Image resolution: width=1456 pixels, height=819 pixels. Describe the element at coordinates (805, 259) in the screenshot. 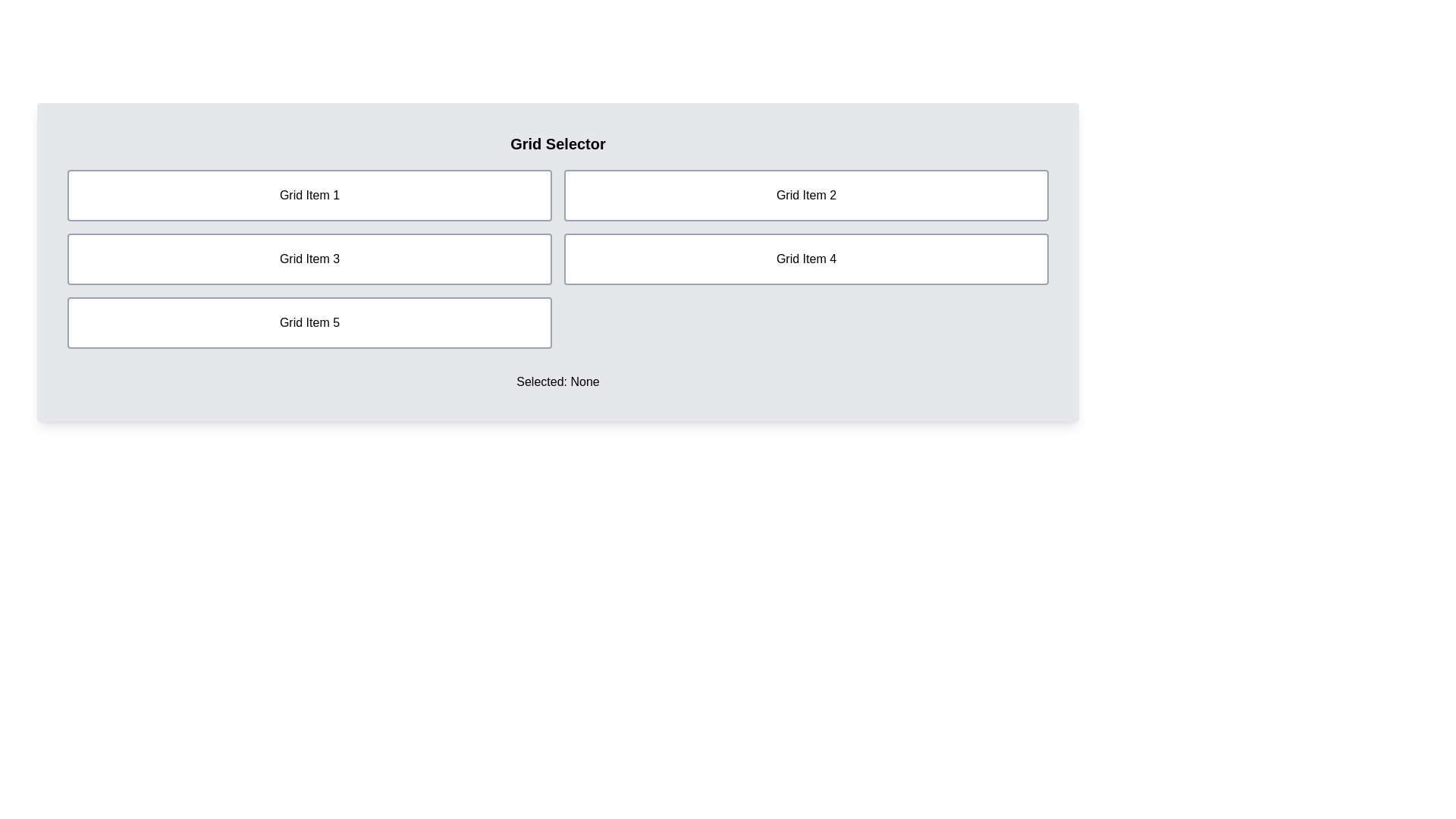

I see `the grid item labeled 'Grid Item 4' located in the bottom-right position of the grid within the 'Grid Selector' panel` at that location.